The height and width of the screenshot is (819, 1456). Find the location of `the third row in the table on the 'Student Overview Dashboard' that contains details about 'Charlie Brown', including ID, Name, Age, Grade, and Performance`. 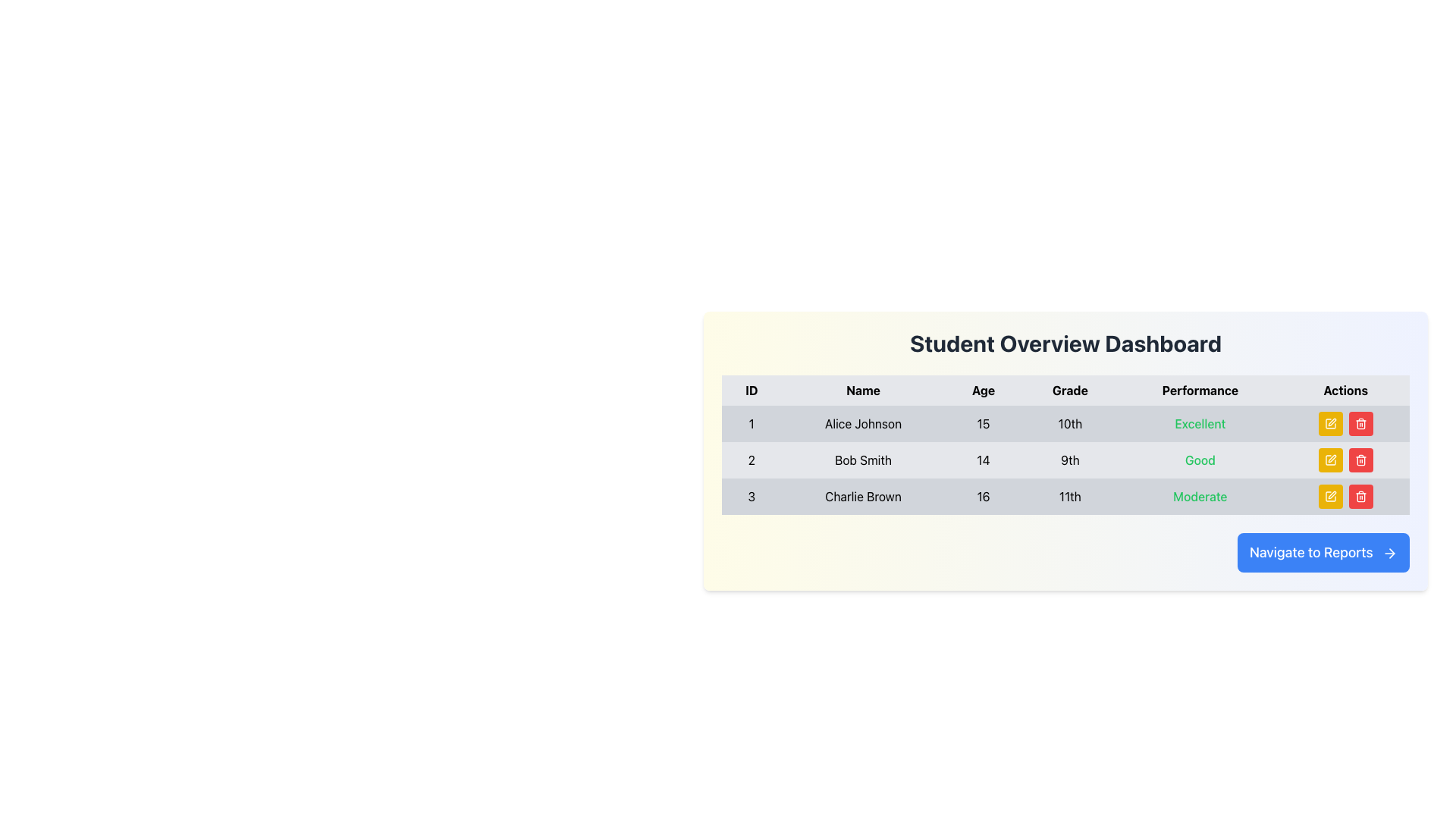

the third row in the table on the 'Student Overview Dashboard' that contains details about 'Charlie Brown', including ID, Name, Age, Grade, and Performance is located at coordinates (1065, 497).